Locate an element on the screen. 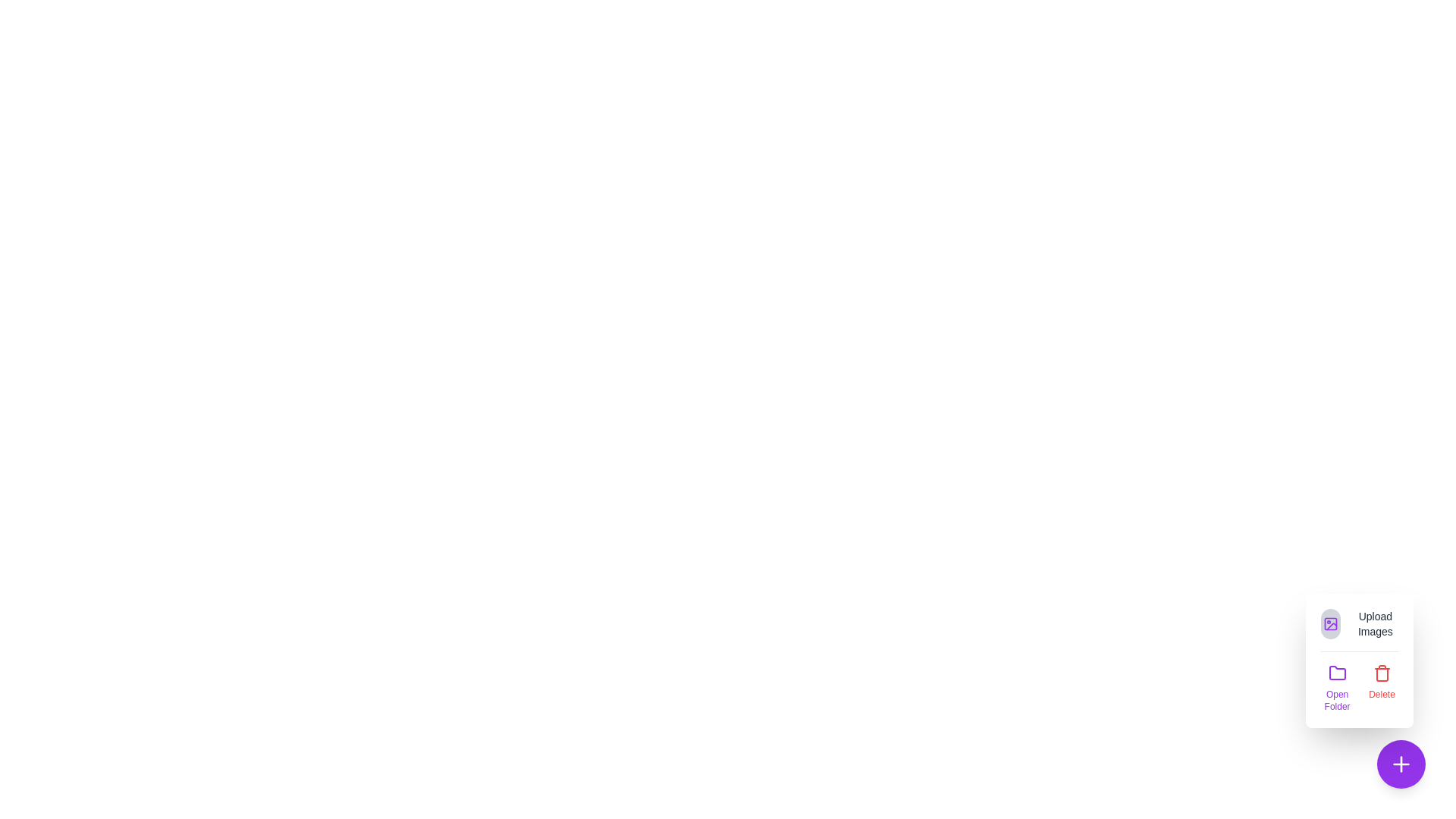 The height and width of the screenshot is (819, 1456). the folder icon located in the lower-right quadrant of the interface is located at coordinates (1337, 672).